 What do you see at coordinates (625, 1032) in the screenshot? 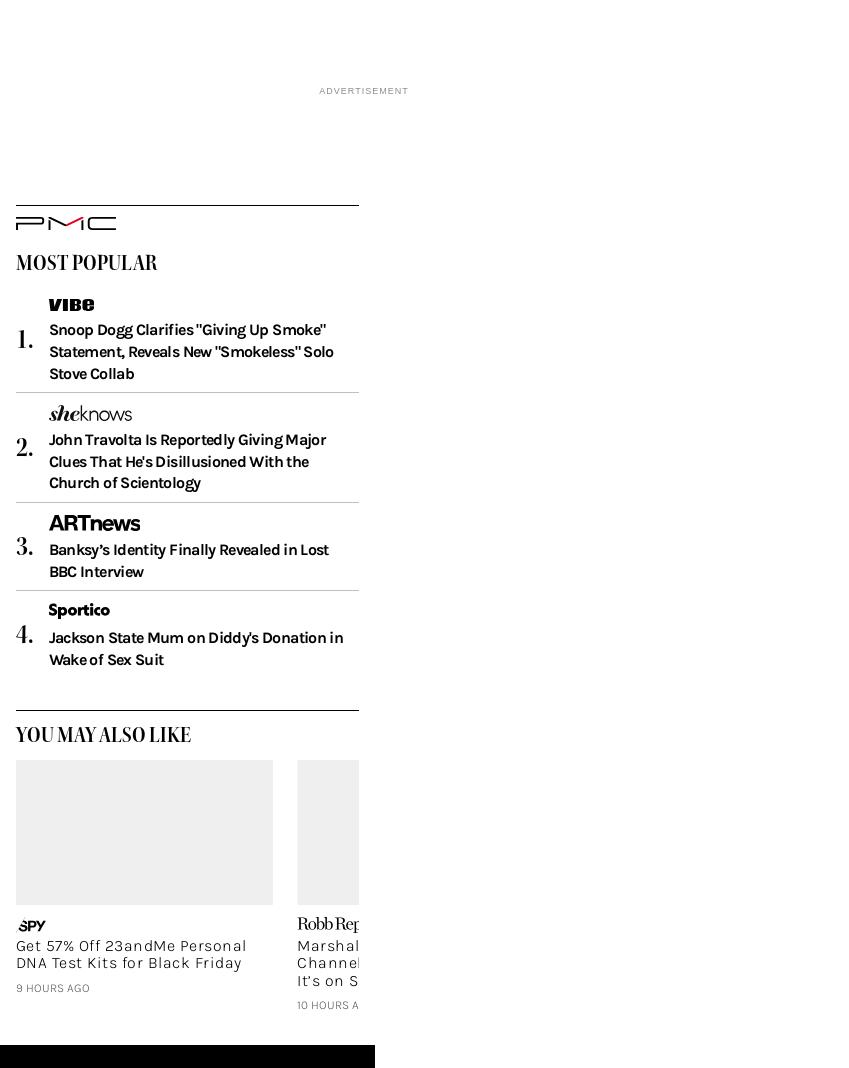
I see `'20 seconds ago'` at bounding box center [625, 1032].